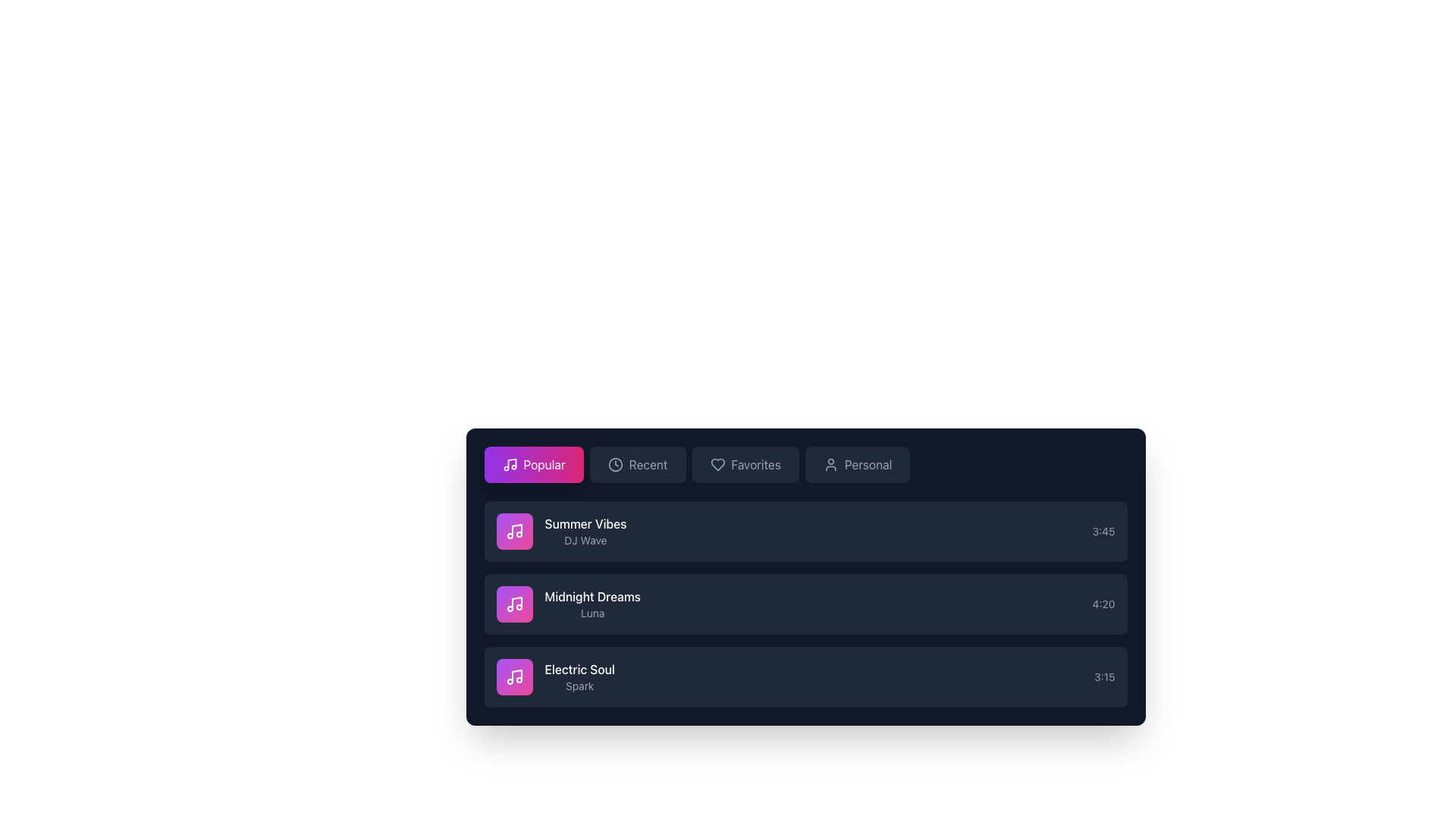 This screenshot has height=819, width=1456. What do you see at coordinates (1103, 604) in the screenshot?
I see `the Text Label displaying the duration of the song 'Midnight Dreams Luna', located at the far right side of the card` at bounding box center [1103, 604].